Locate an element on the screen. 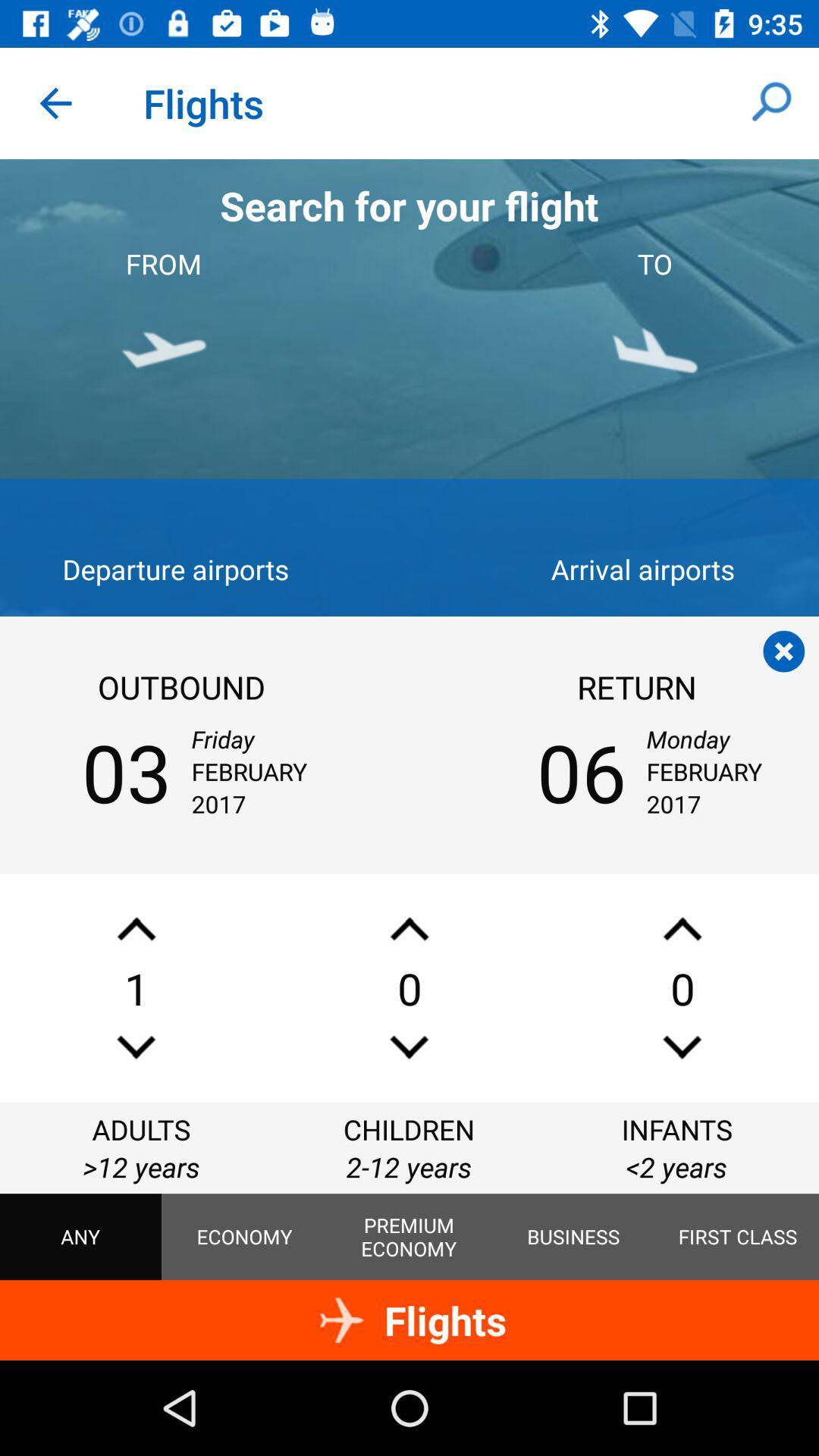 The image size is (819, 1456). down grade button is located at coordinates (681, 1046).